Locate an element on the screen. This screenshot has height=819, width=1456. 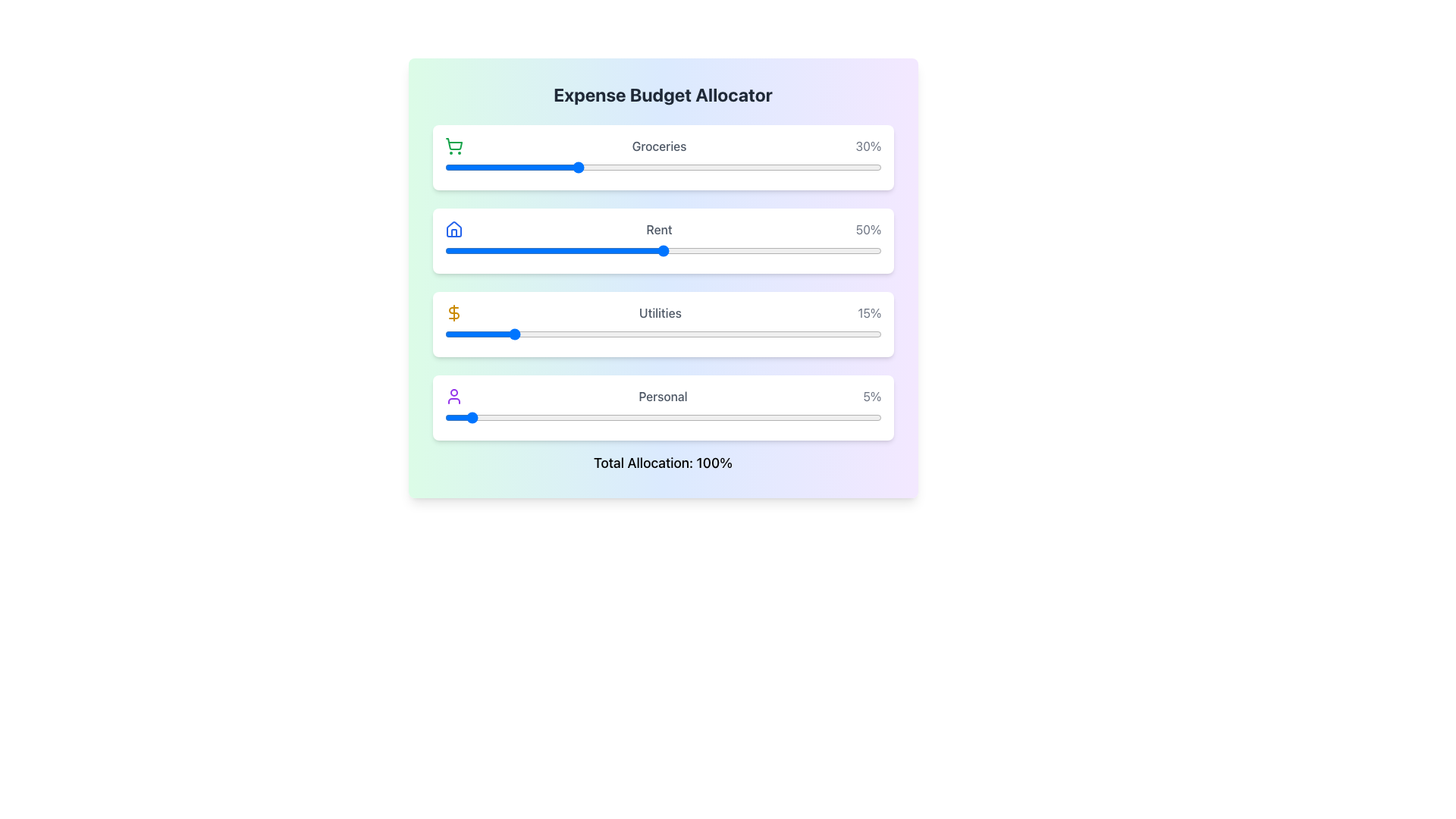
the rent allocation is located at coordinates (448, 250).